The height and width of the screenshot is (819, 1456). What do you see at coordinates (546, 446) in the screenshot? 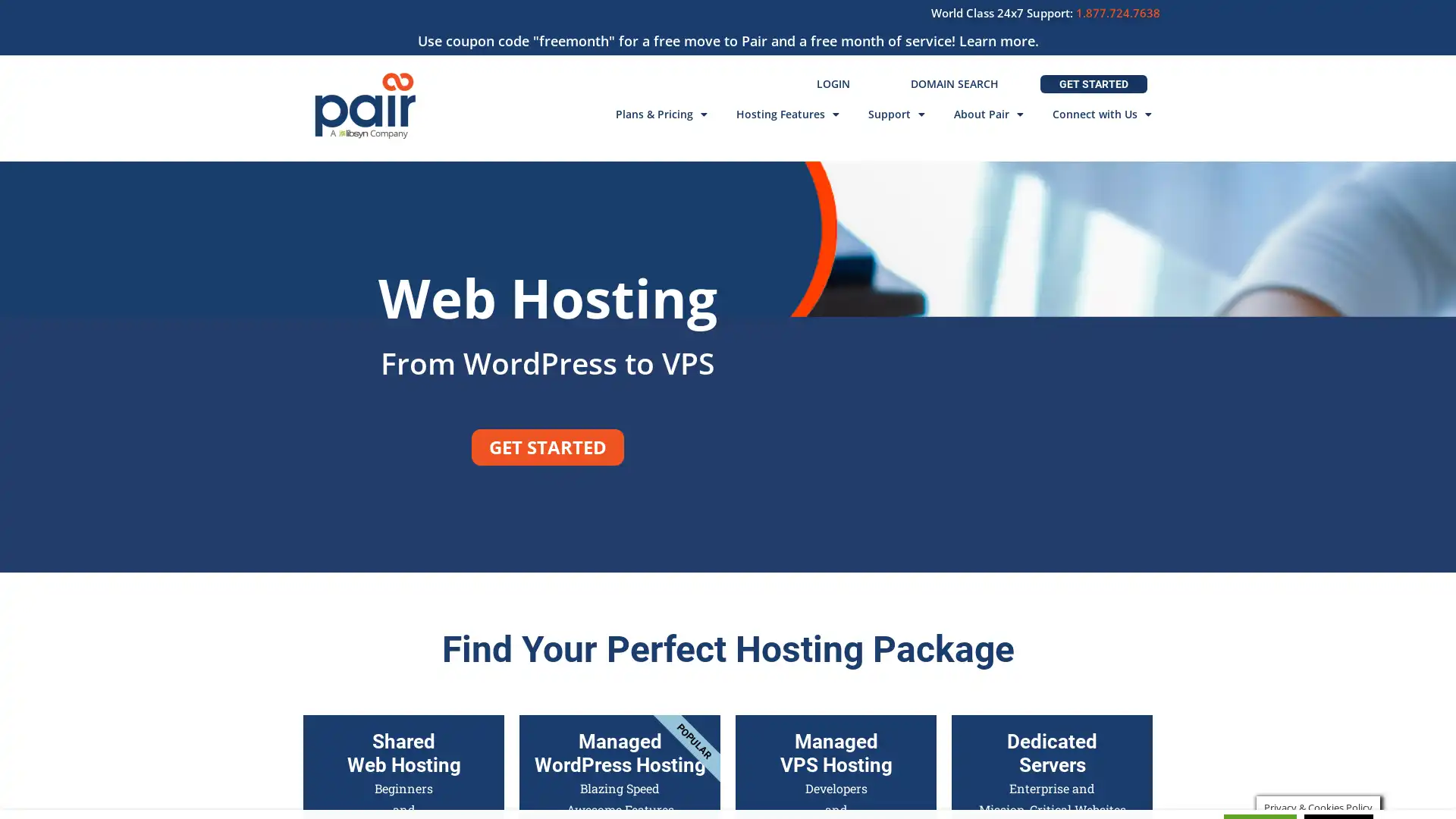
I see `GET STARTED` at bounding box center [546, 446].